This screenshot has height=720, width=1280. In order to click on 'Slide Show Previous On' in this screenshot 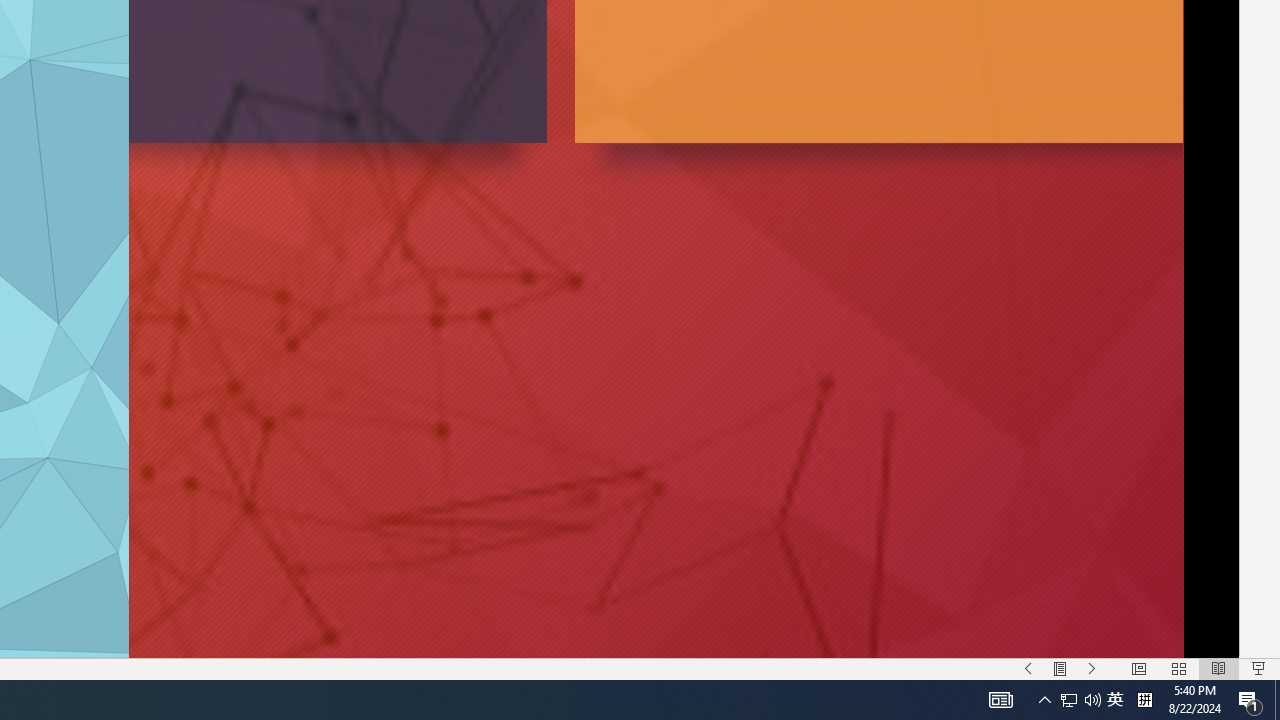, I will do `click(1028, 669)`.